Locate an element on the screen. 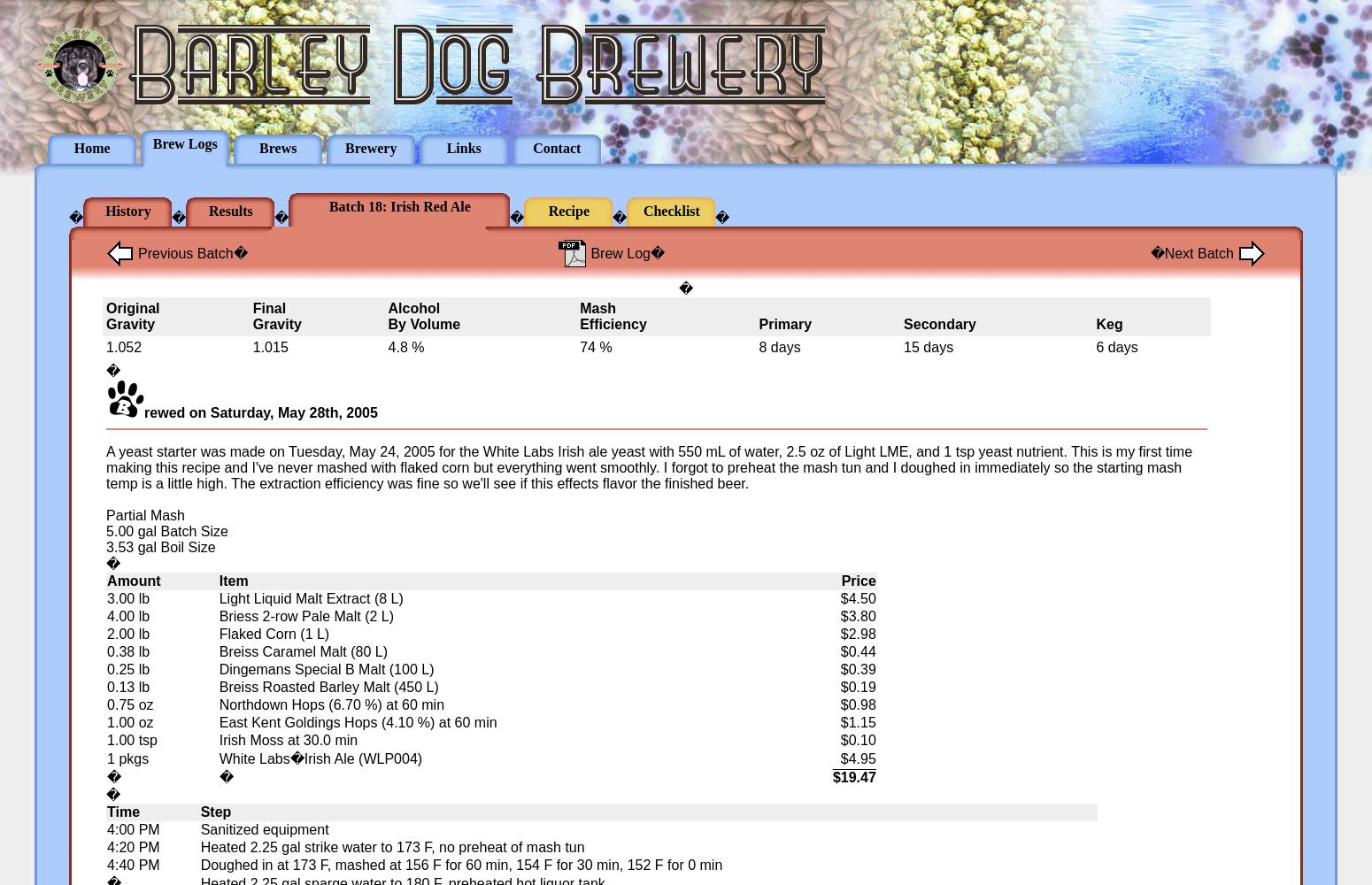  '3.53 gal Boil Size' is located at coordinates (159, 546).